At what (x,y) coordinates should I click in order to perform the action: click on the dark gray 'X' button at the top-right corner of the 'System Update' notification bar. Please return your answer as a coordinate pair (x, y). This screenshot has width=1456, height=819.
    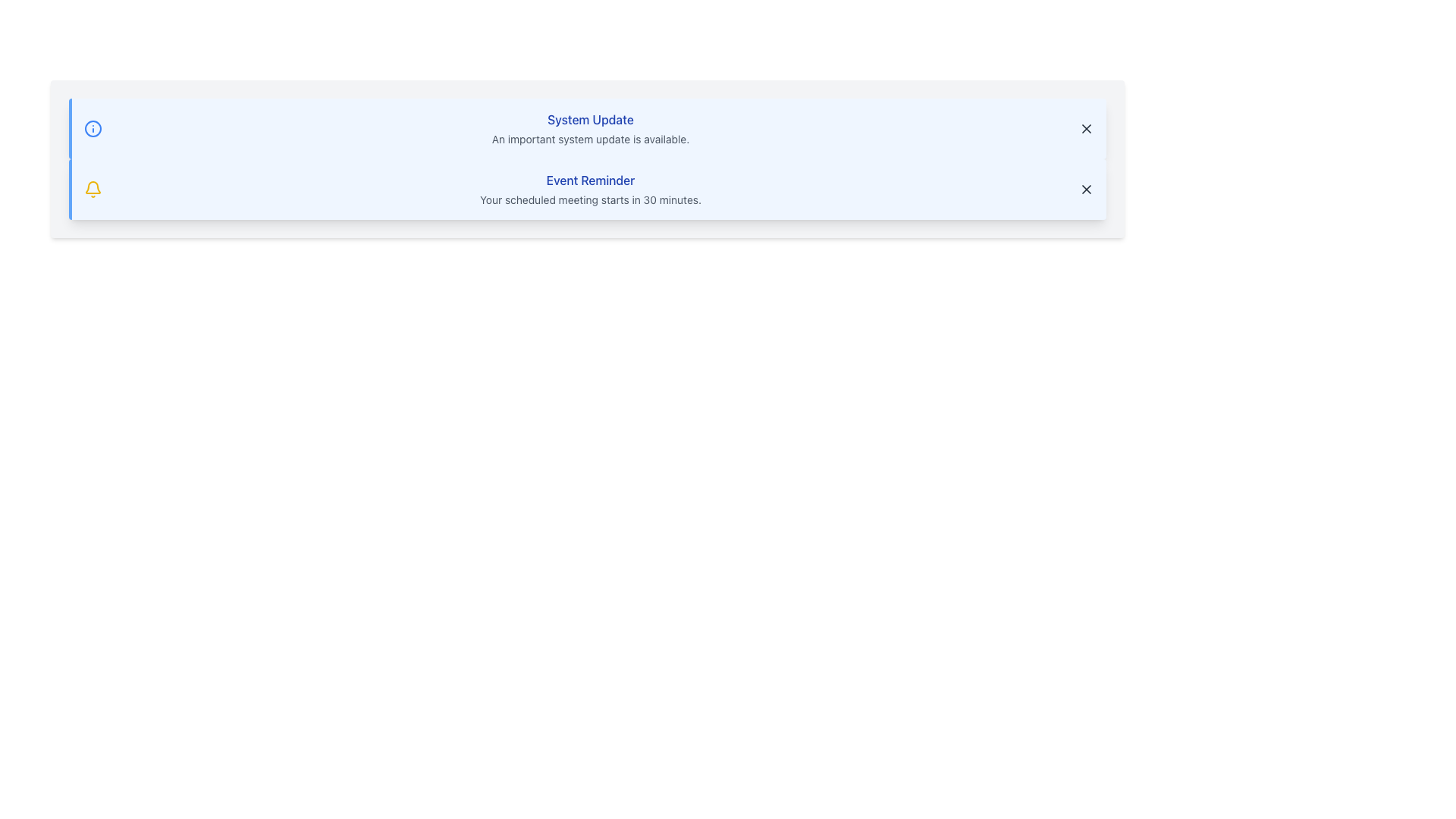
    Looking at the image, I should click on (1086, 127).